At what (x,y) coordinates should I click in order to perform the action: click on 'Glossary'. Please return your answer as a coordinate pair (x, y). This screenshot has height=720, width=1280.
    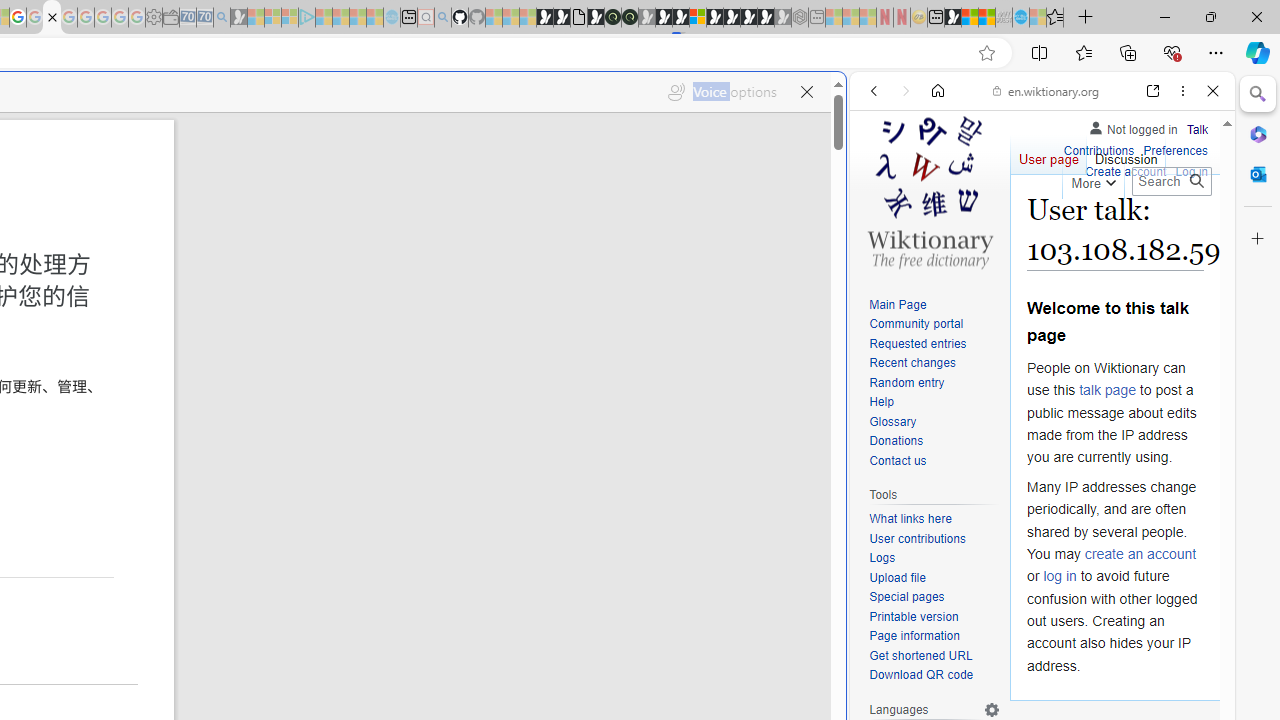
    Looking at the image, I should click on (934, 421).